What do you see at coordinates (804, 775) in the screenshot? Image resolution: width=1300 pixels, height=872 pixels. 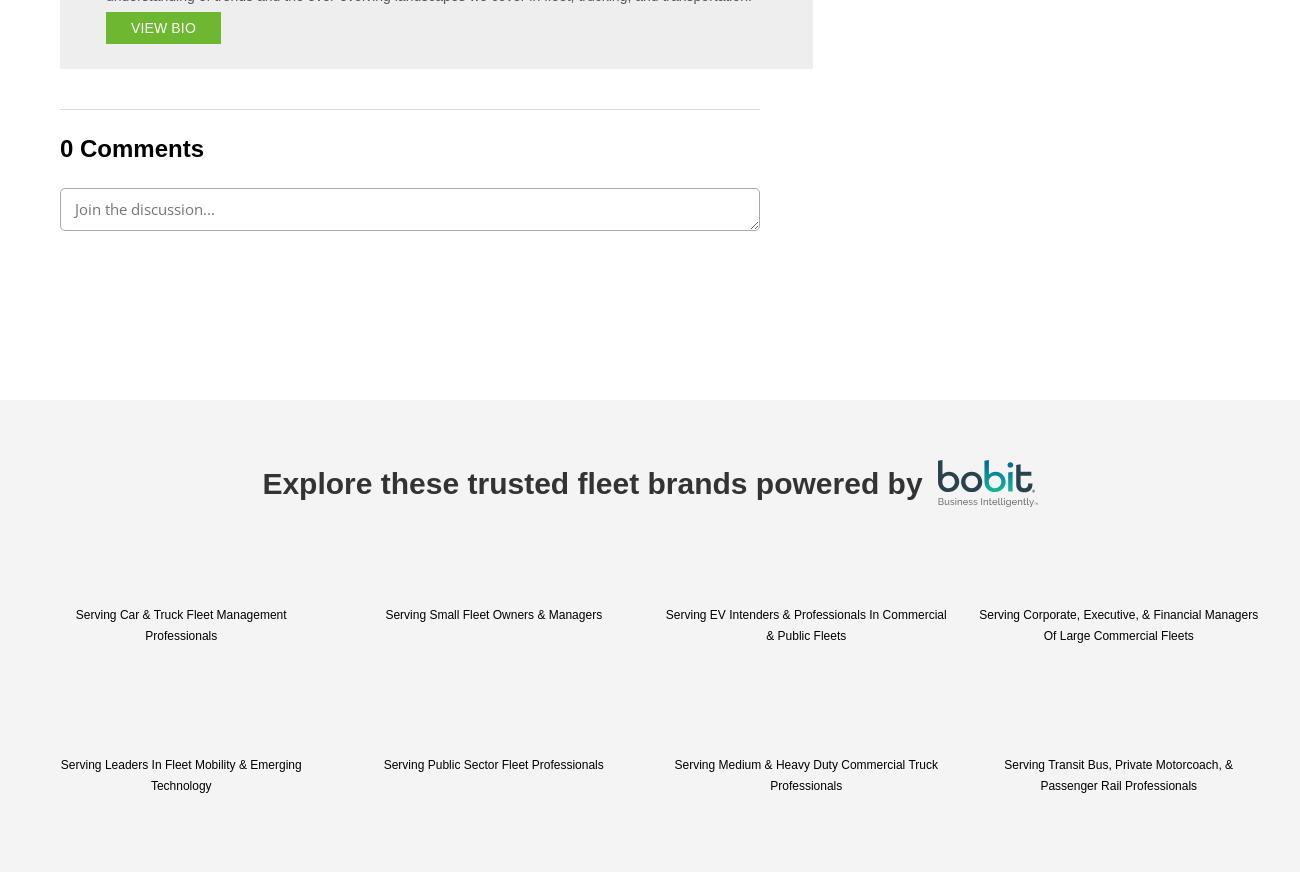 I see `'Serving Medium & Heavy Duty Commercial Truck Professionals'` at bounding box center [804, 775].